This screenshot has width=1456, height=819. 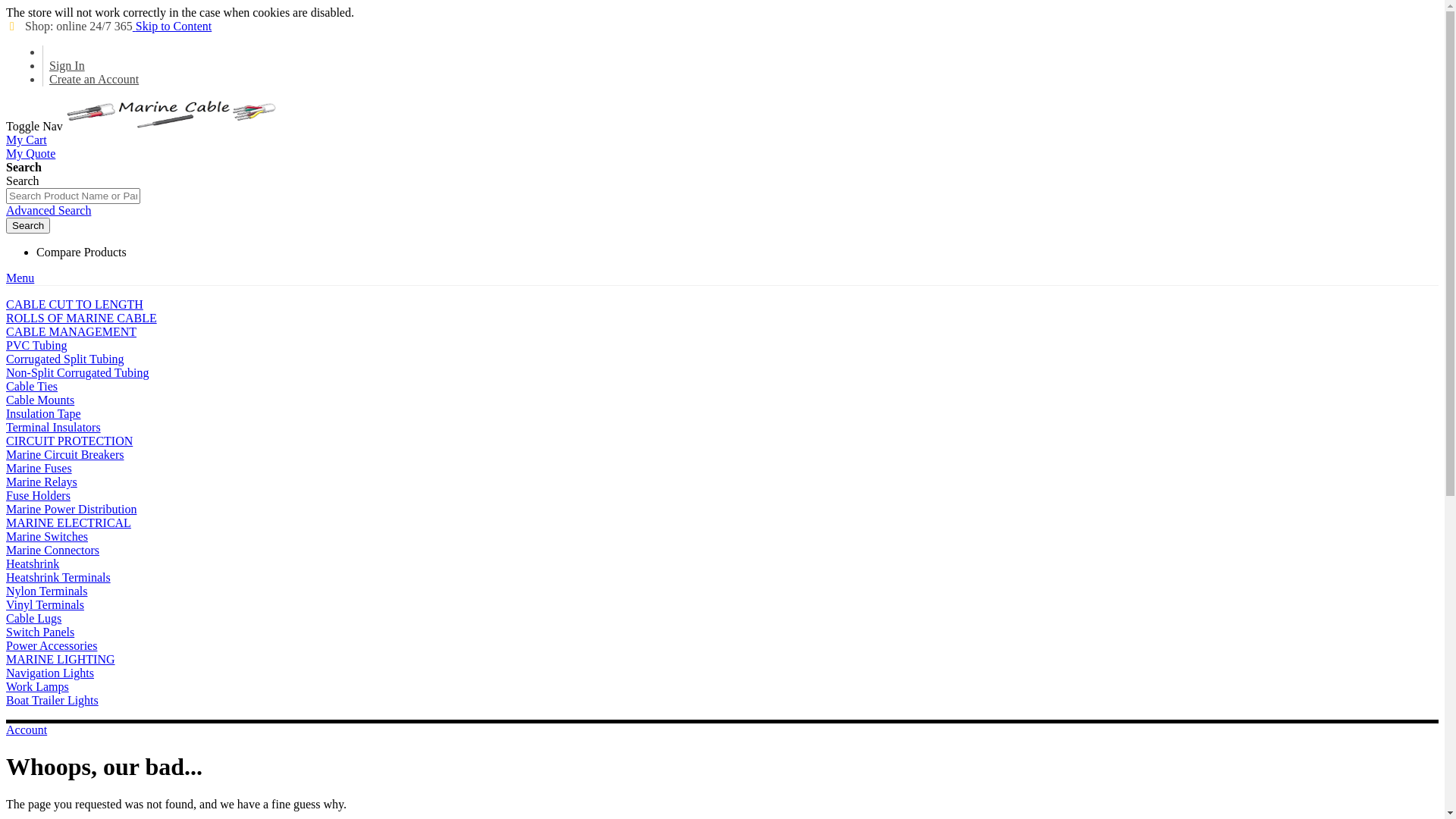 What do you see at coordinates (39, 632) in the screenshot?
I see `'Switch Panels'` at bounding box center [39, 632].